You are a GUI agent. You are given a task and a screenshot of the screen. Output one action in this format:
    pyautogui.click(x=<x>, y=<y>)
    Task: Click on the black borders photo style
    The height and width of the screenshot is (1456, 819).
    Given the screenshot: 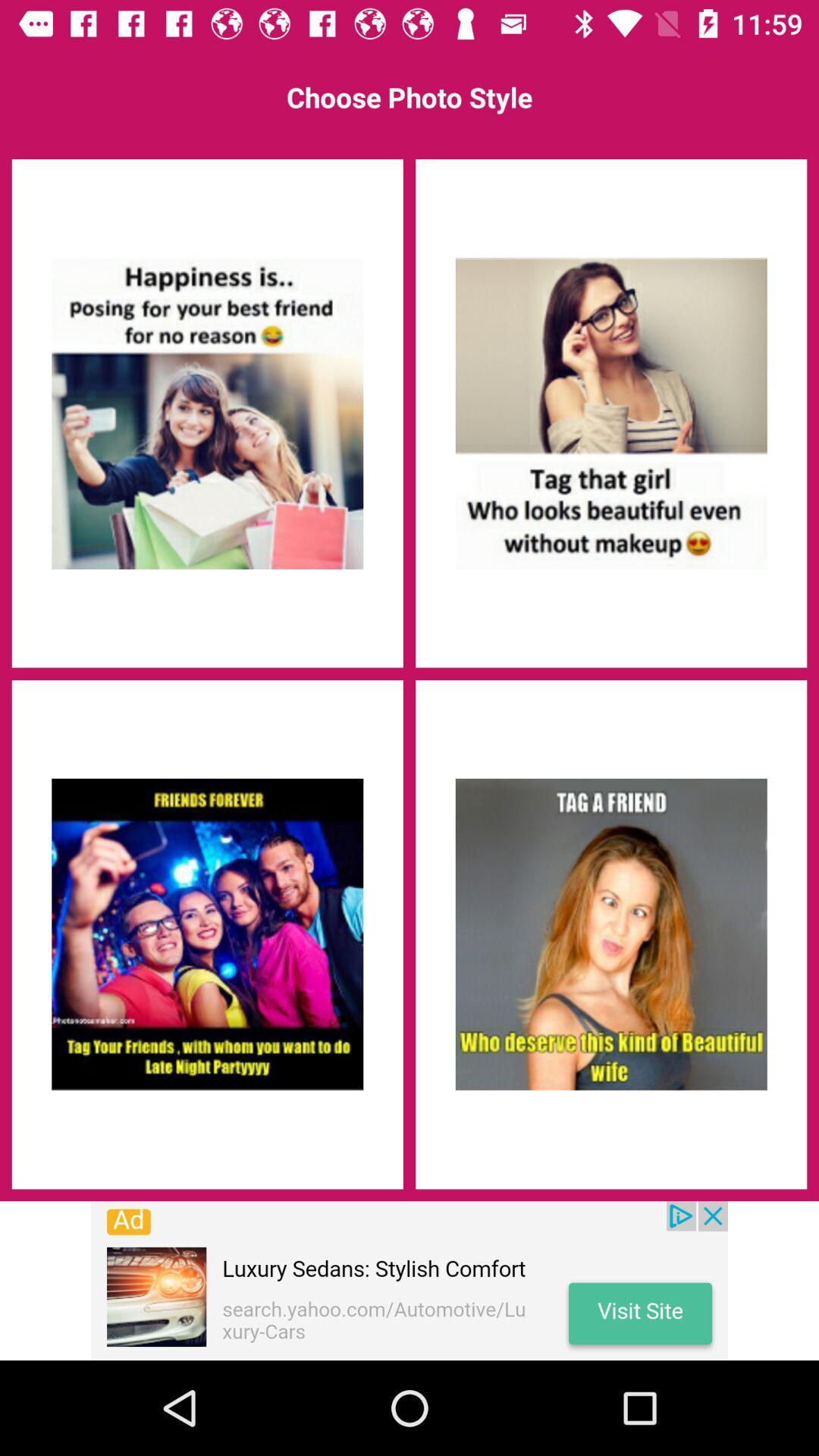 What is the action you would take?
    pyautogui.click(x=207, y=934)
    